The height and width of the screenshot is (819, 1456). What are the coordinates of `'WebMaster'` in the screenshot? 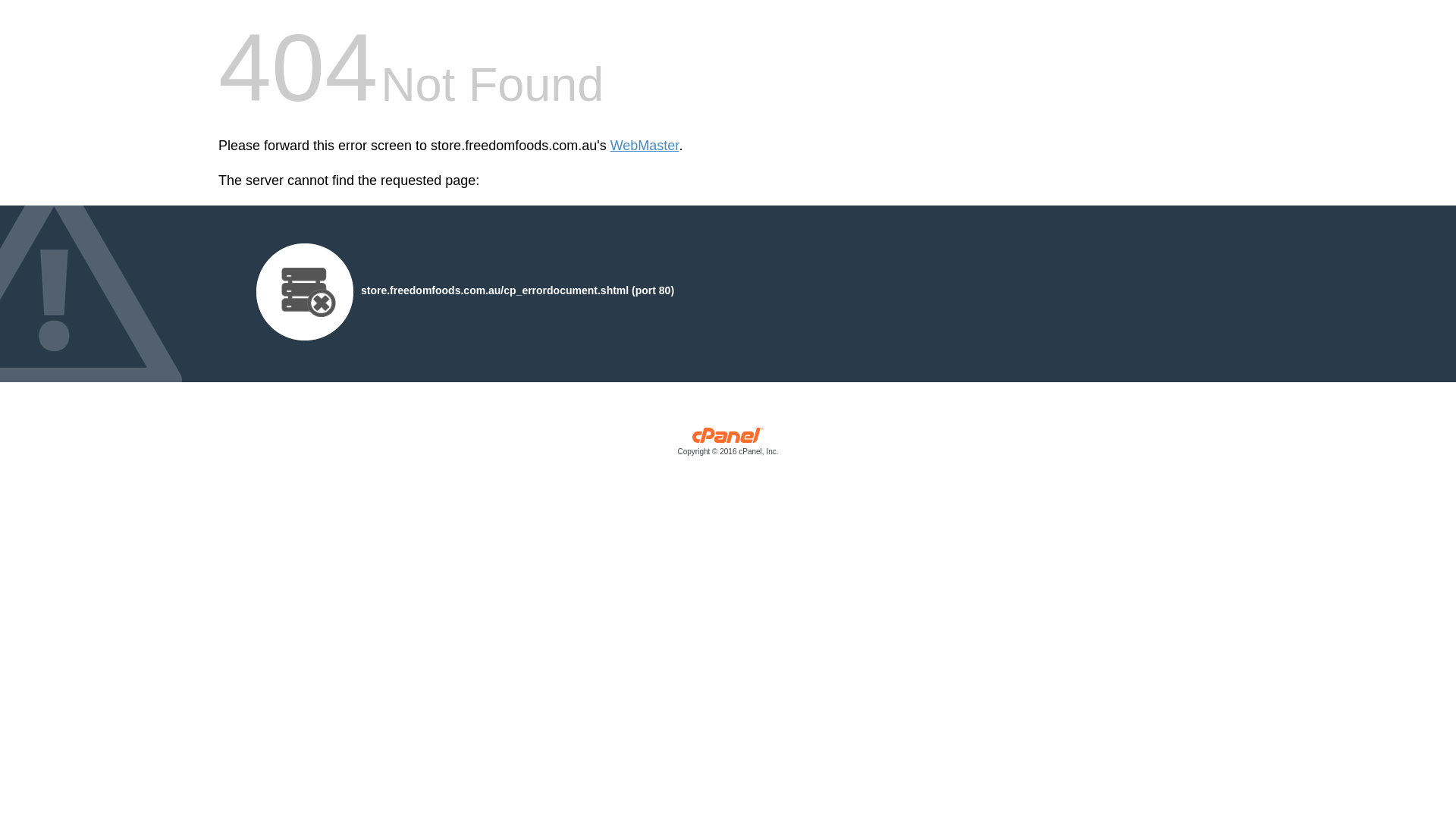 It's located at (610, 146).